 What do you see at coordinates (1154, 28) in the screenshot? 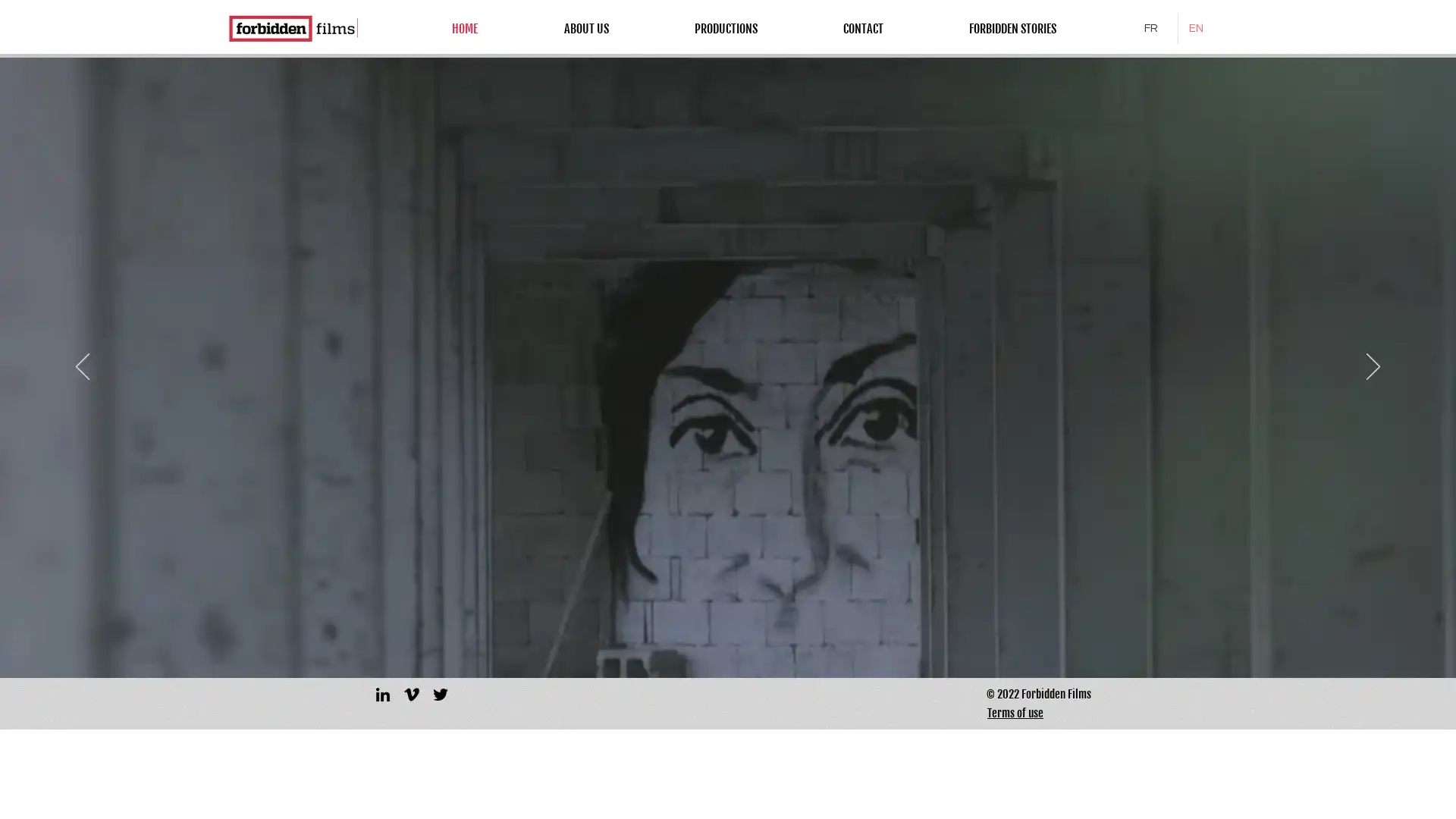
I see `French` at bounding box center [1154, 28].